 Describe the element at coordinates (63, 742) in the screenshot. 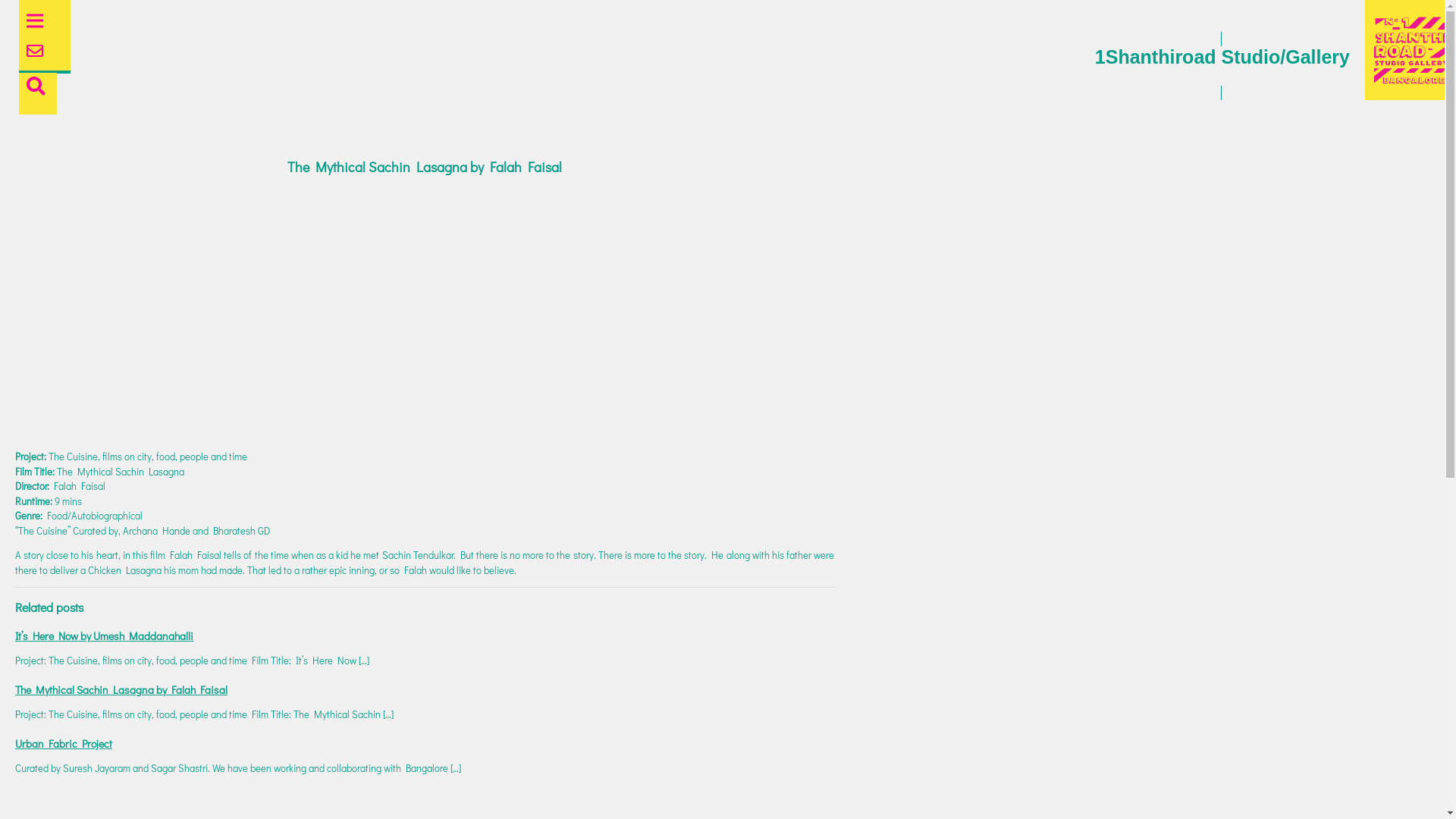

I see `'Urban Fabric Project'` at that location.